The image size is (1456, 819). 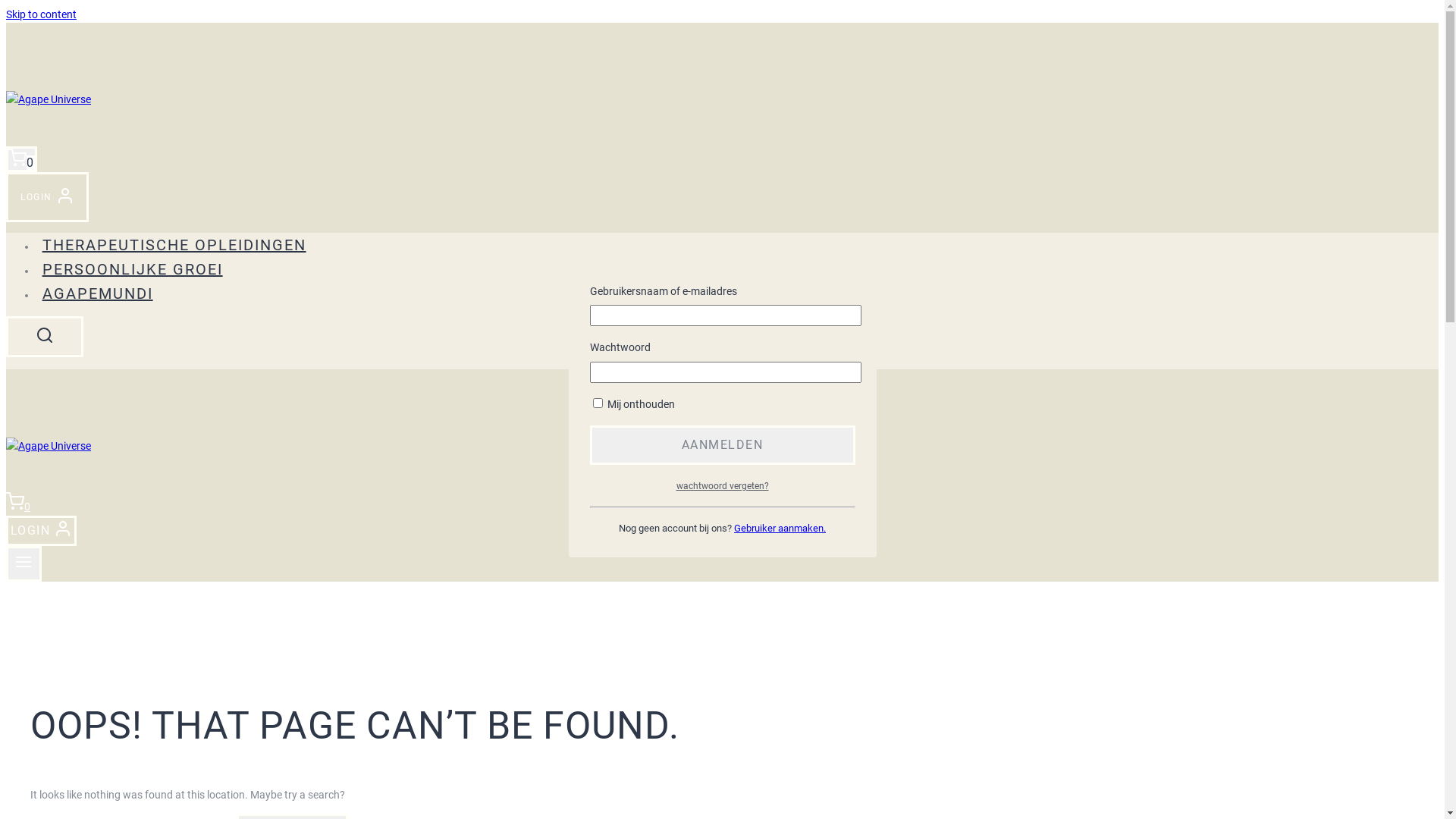 I want to click on 'SEARCH', so click(x=44, y=335).